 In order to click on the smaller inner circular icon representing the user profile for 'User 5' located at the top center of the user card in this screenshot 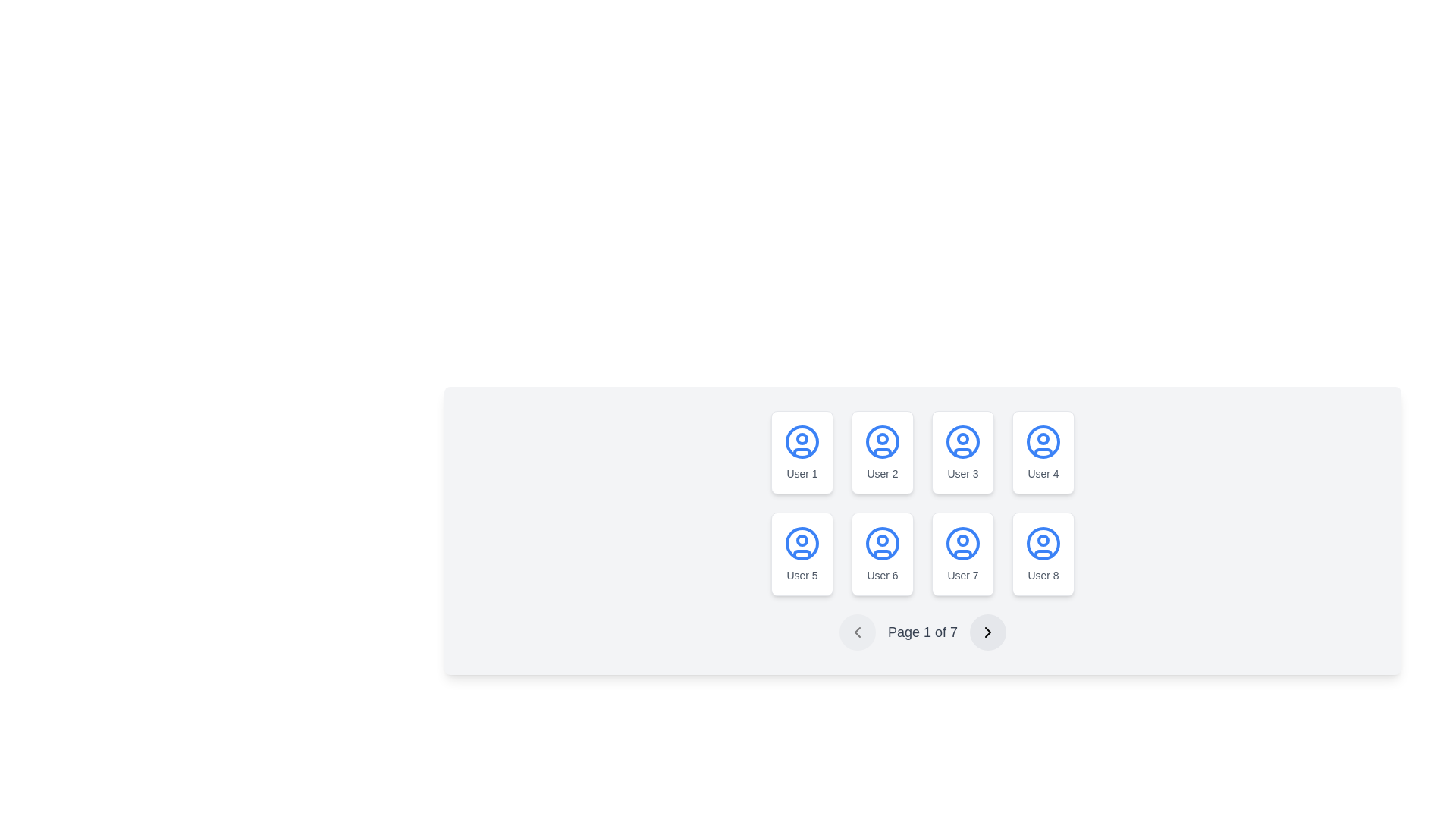, I will do `click(801, 540)`.